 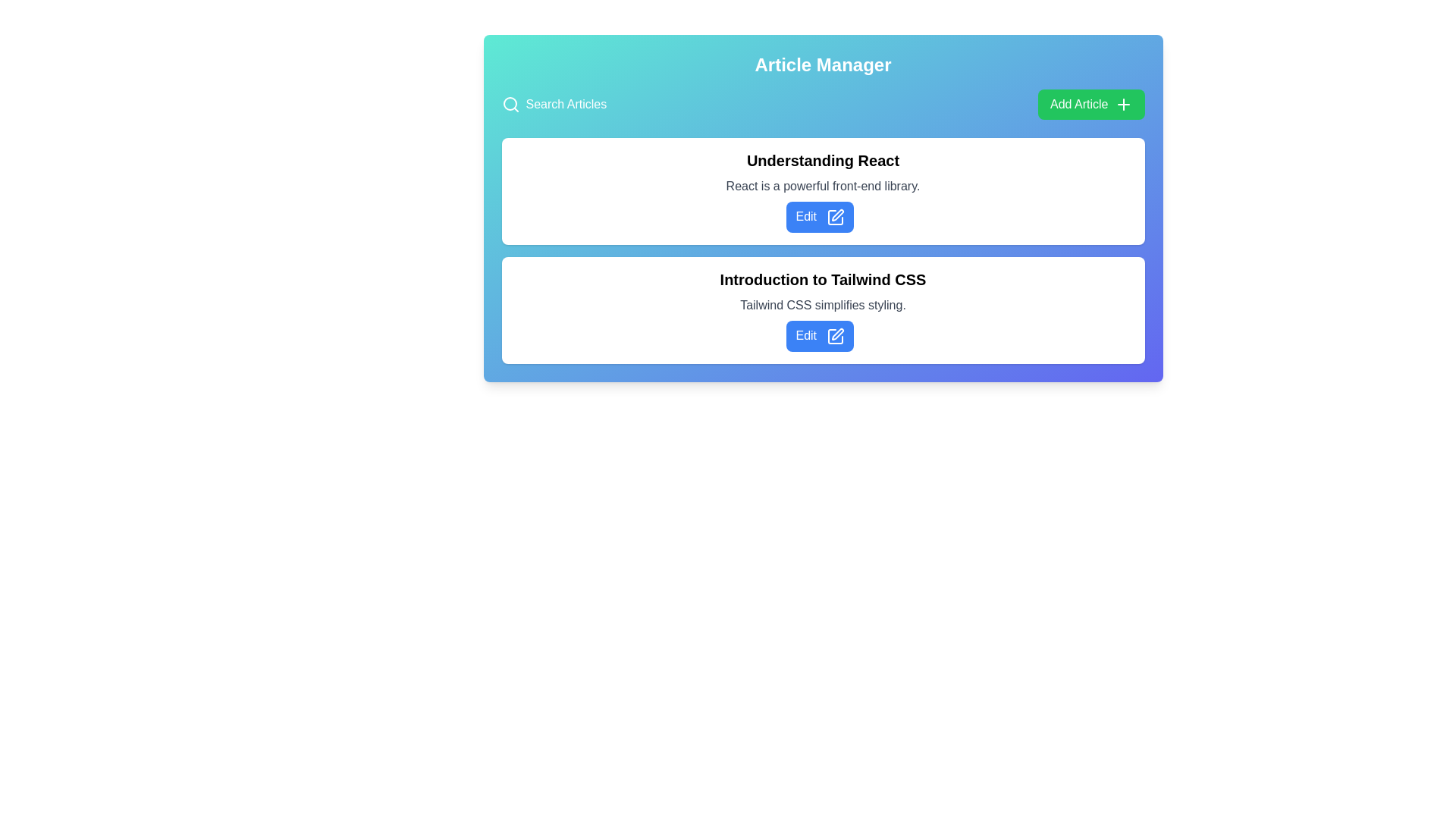 I want to click on the 'Edit' button with a blue background and white text, located in the 'Introduction to Tailwind CSS' section, so click(x=819, y=335).